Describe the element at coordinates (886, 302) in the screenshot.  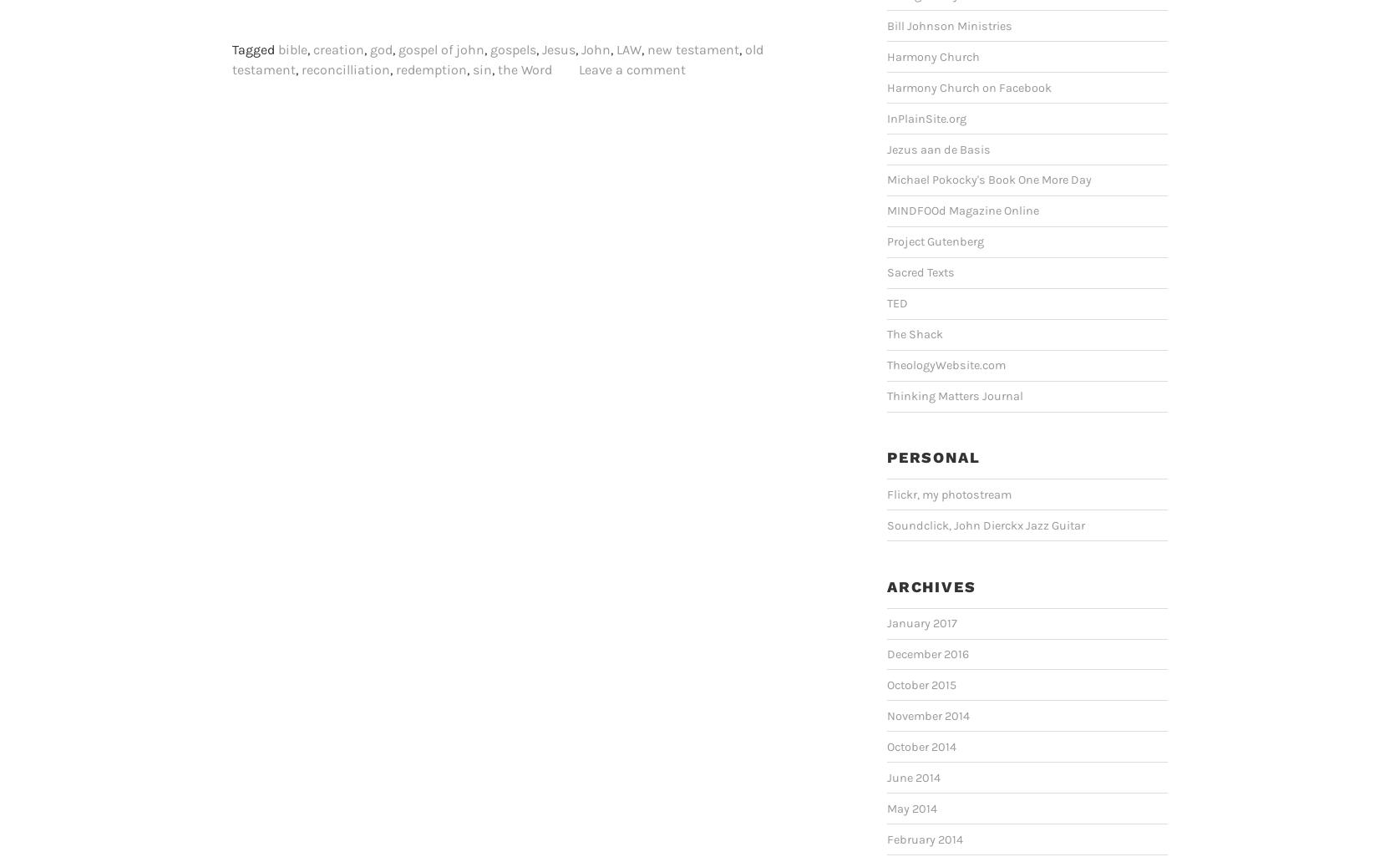
I see `'TED'` at that location.